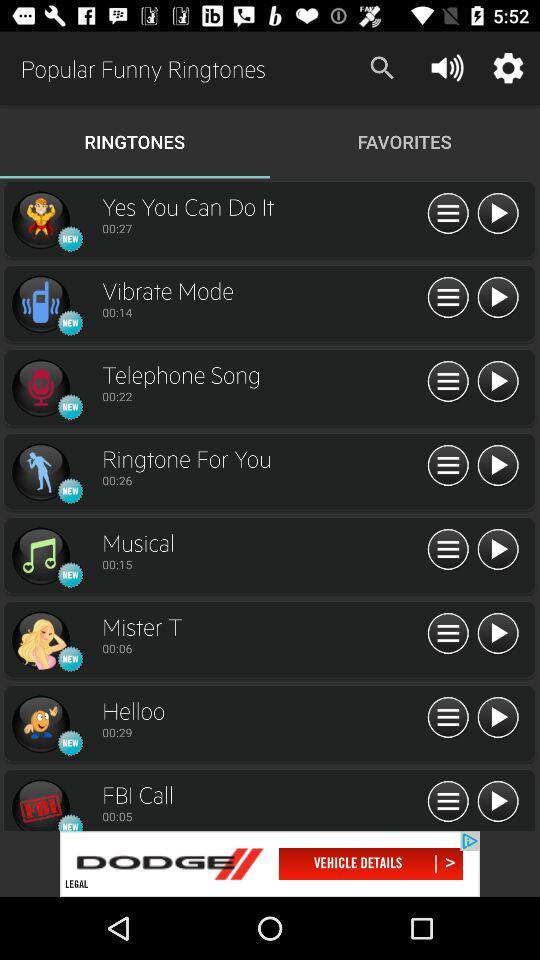  What do you see at coordinates (496, 214) in the screenshot?
I see `ringtone play button` at bounding box center [496, 214].